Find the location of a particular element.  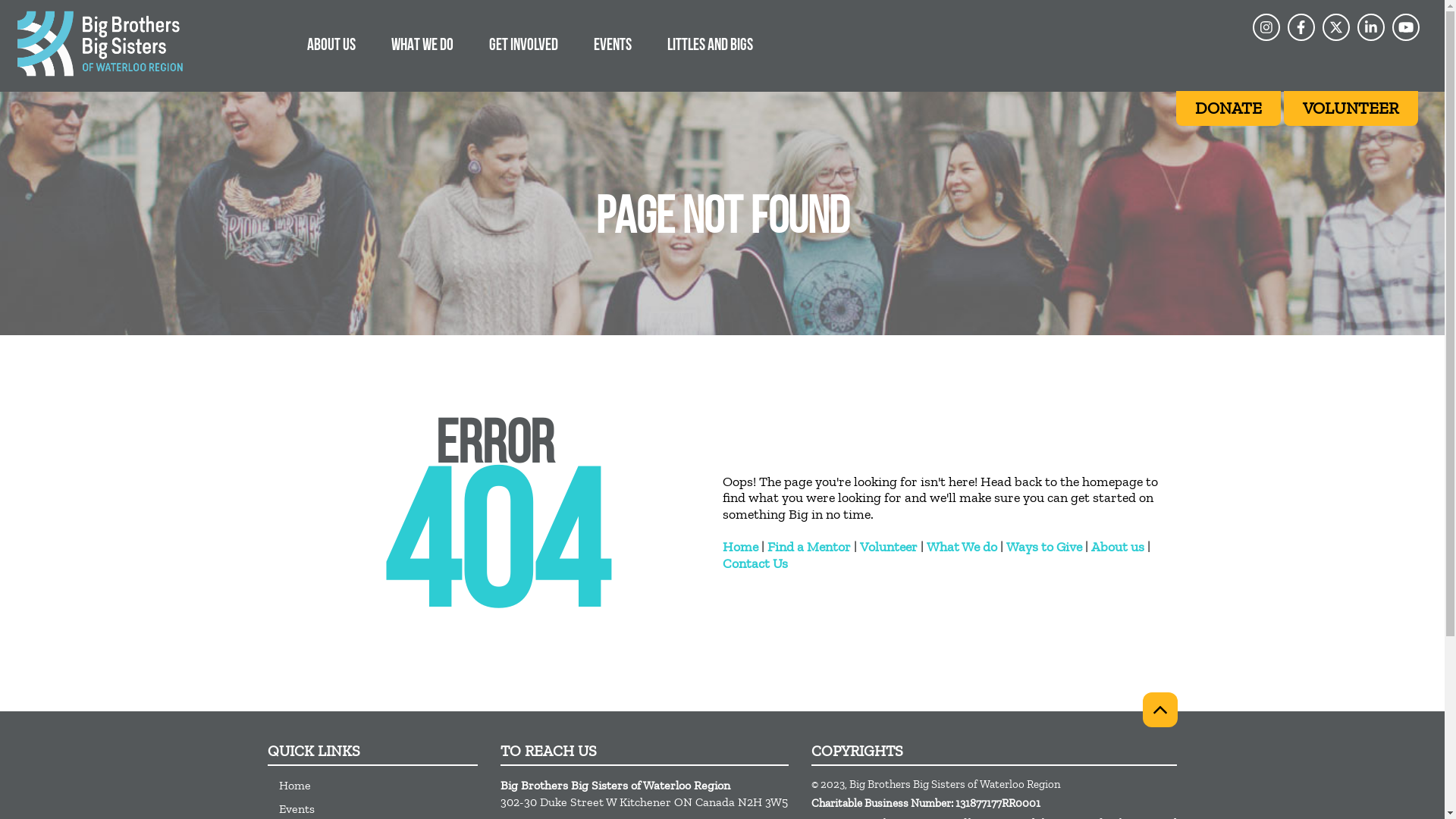

'Find a Mentor' is located at coordinates (767, 547).